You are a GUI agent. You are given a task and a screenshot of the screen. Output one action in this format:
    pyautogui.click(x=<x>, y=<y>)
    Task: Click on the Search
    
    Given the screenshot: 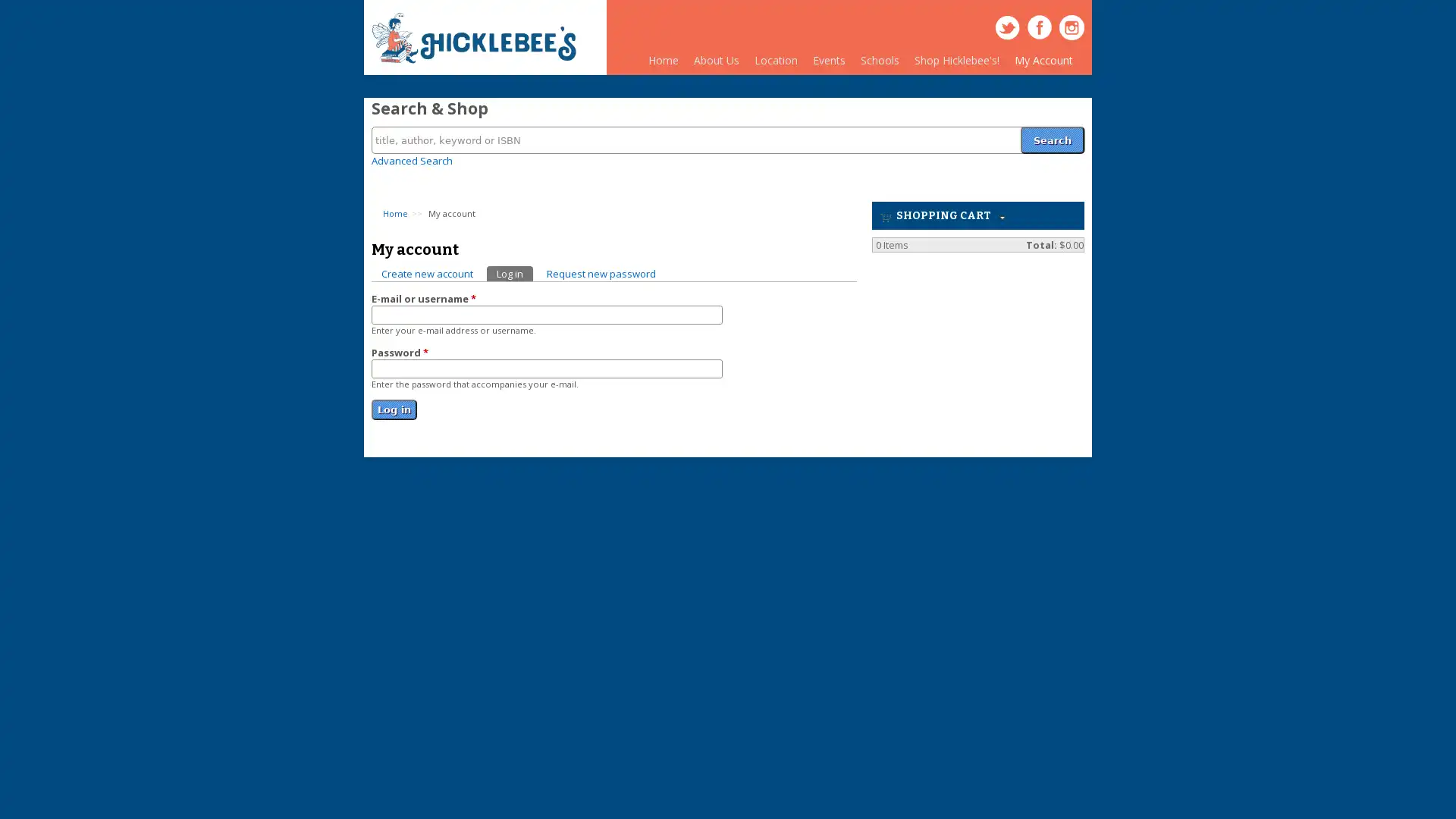 What is the action you would take?
    pyautogui.click(x=1051, y=130)
    